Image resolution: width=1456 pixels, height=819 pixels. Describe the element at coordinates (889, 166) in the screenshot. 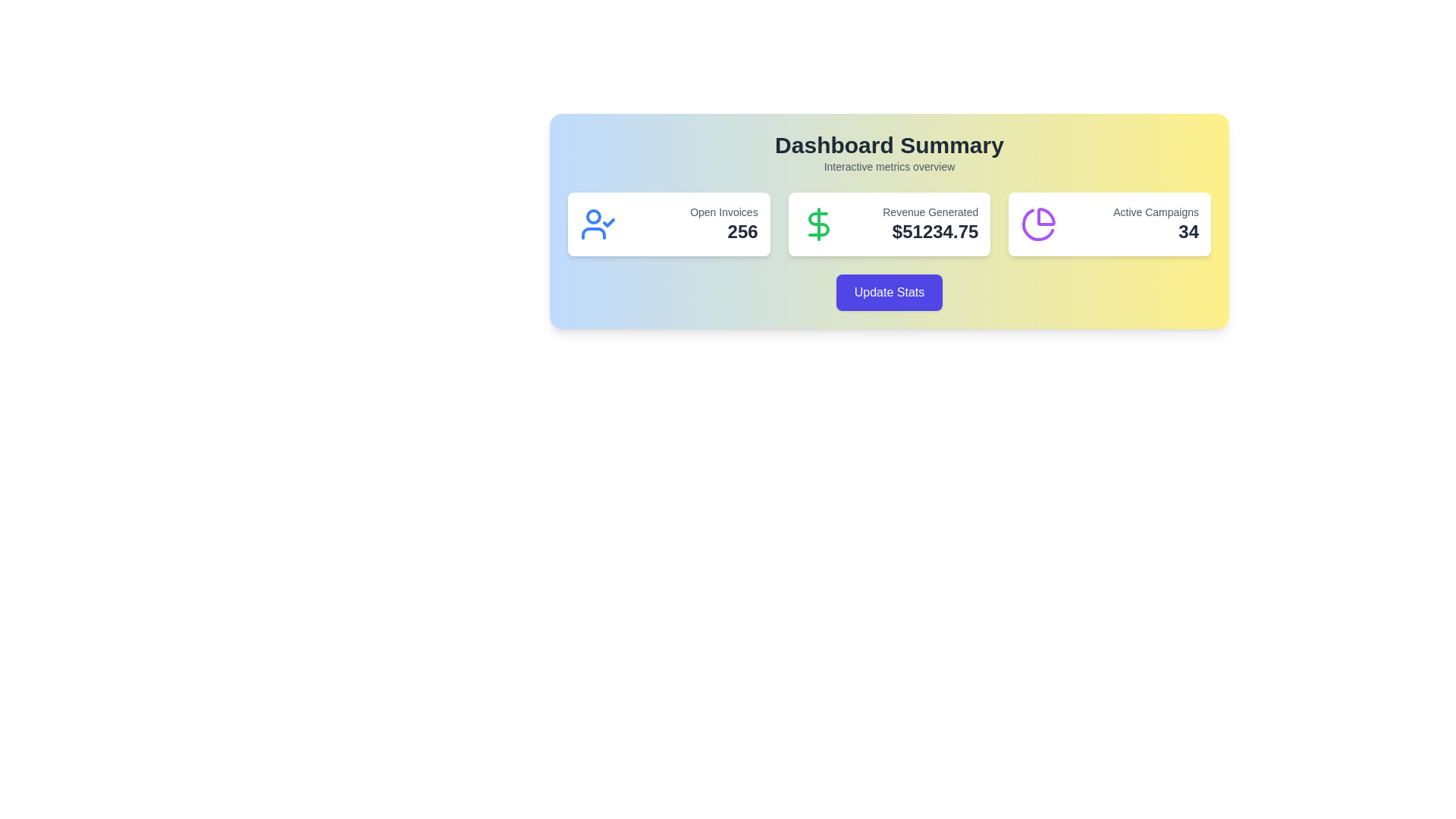

I see `the descriptive text label located beneath the 'Dashboard Summary' heading in the centered layout group` at that location.